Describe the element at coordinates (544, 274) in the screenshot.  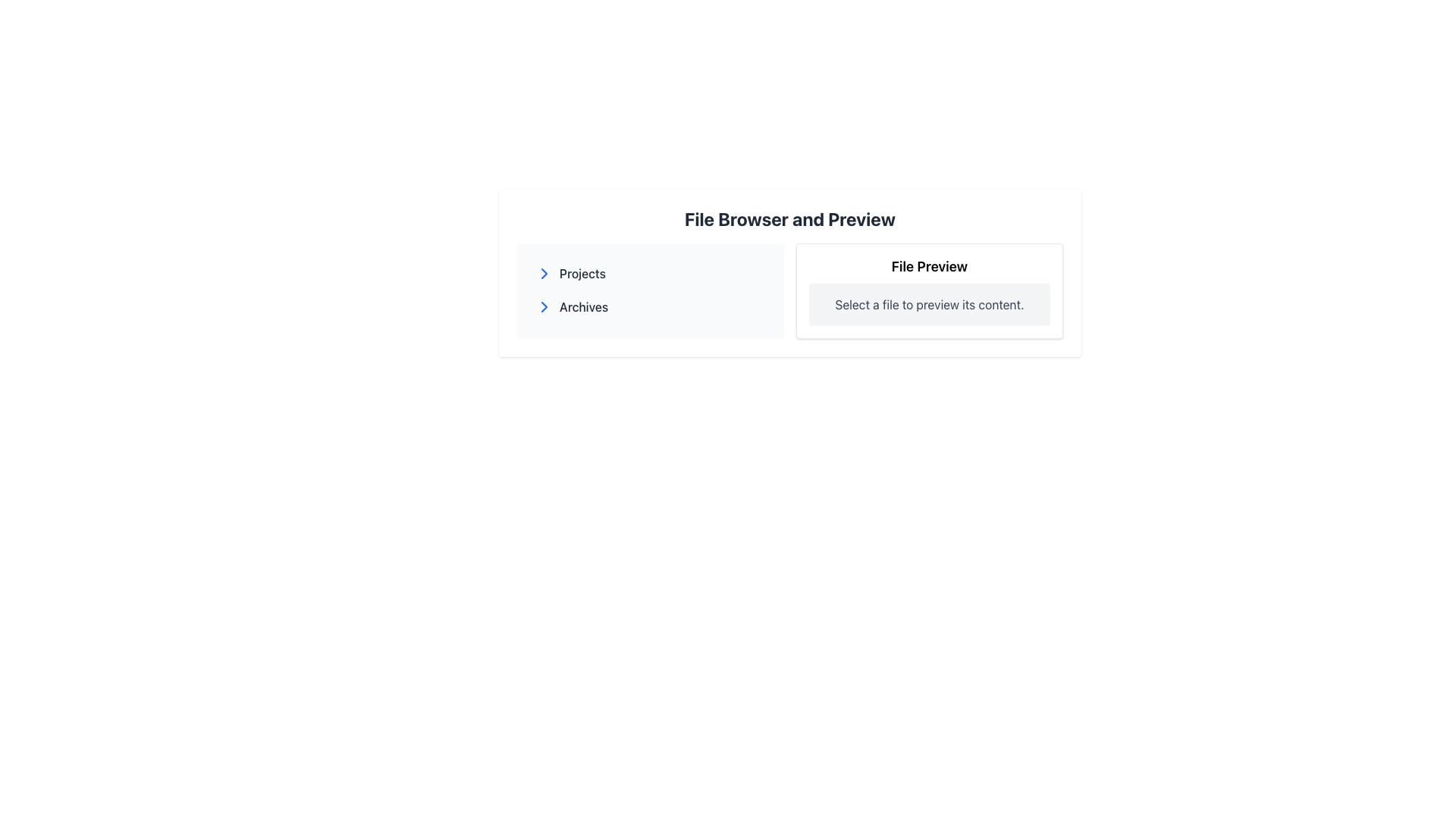
I see `the expandable icon located` at that location.